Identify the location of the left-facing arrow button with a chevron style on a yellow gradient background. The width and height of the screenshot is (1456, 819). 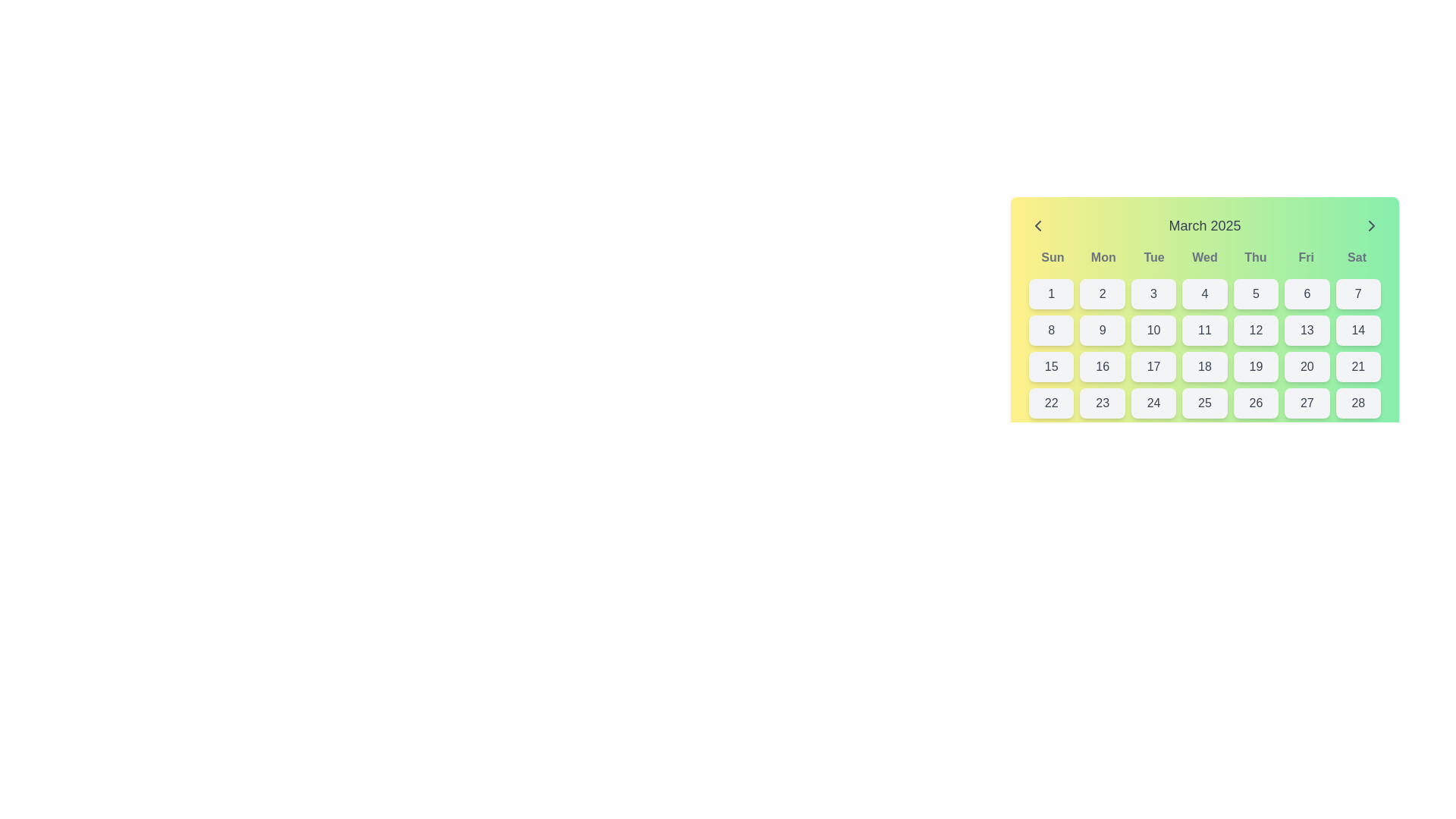
(1037, 225).